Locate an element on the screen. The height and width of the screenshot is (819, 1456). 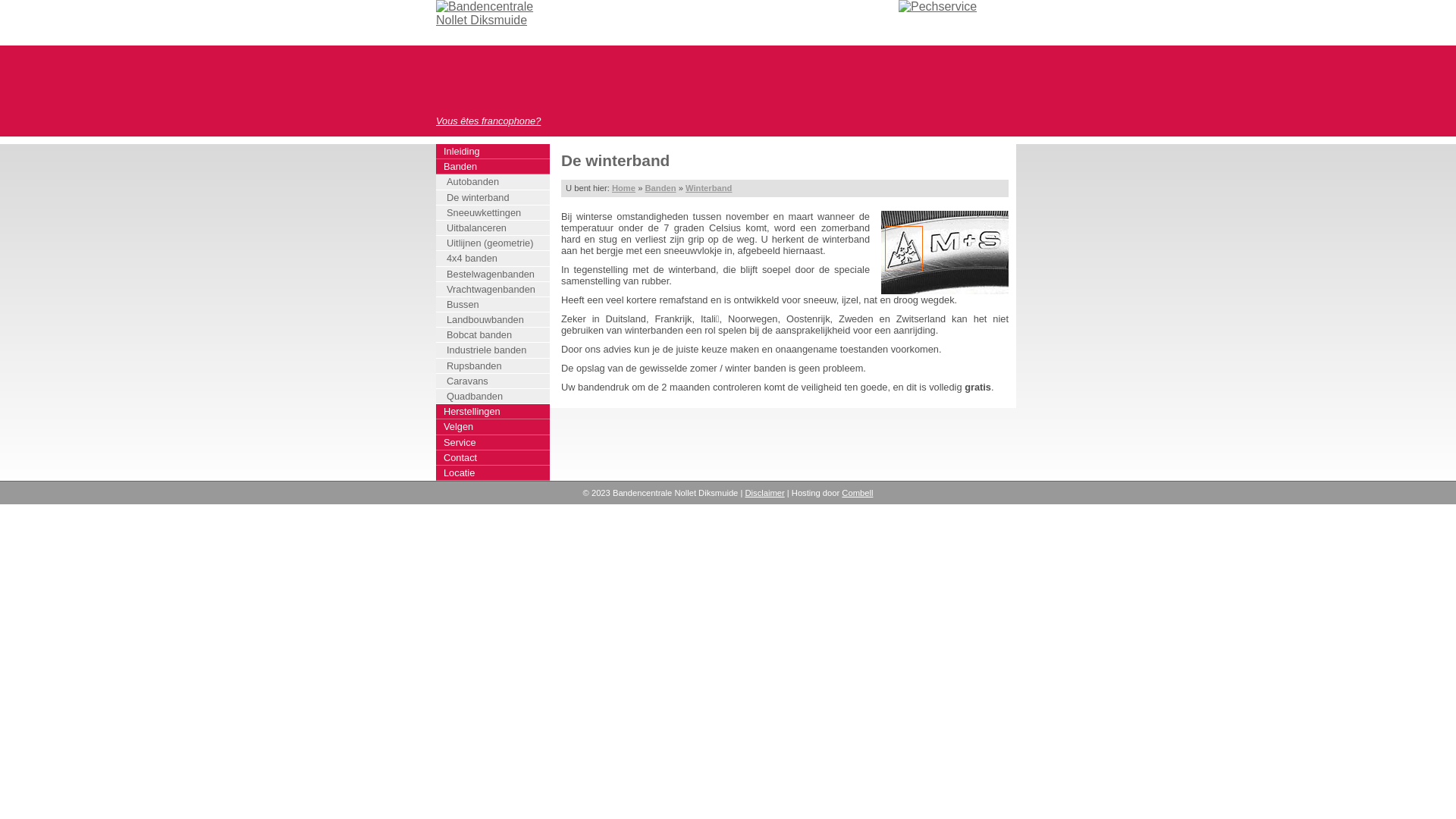
'Combell' is located at coordinates (840, 493).